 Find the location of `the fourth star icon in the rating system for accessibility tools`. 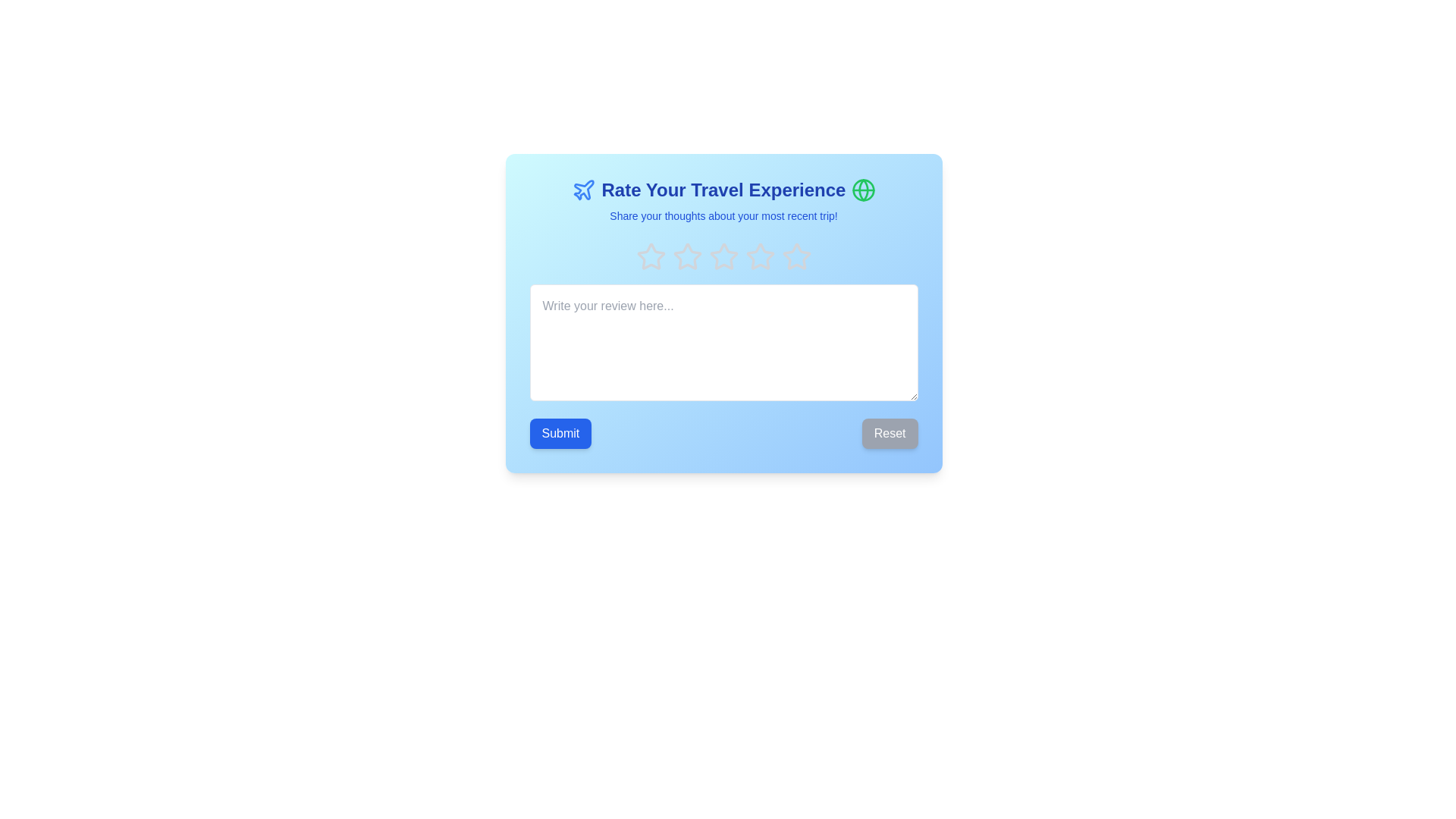

the fourth star icon in the rating system for accessibility tools is located at coordinates (795, 256).